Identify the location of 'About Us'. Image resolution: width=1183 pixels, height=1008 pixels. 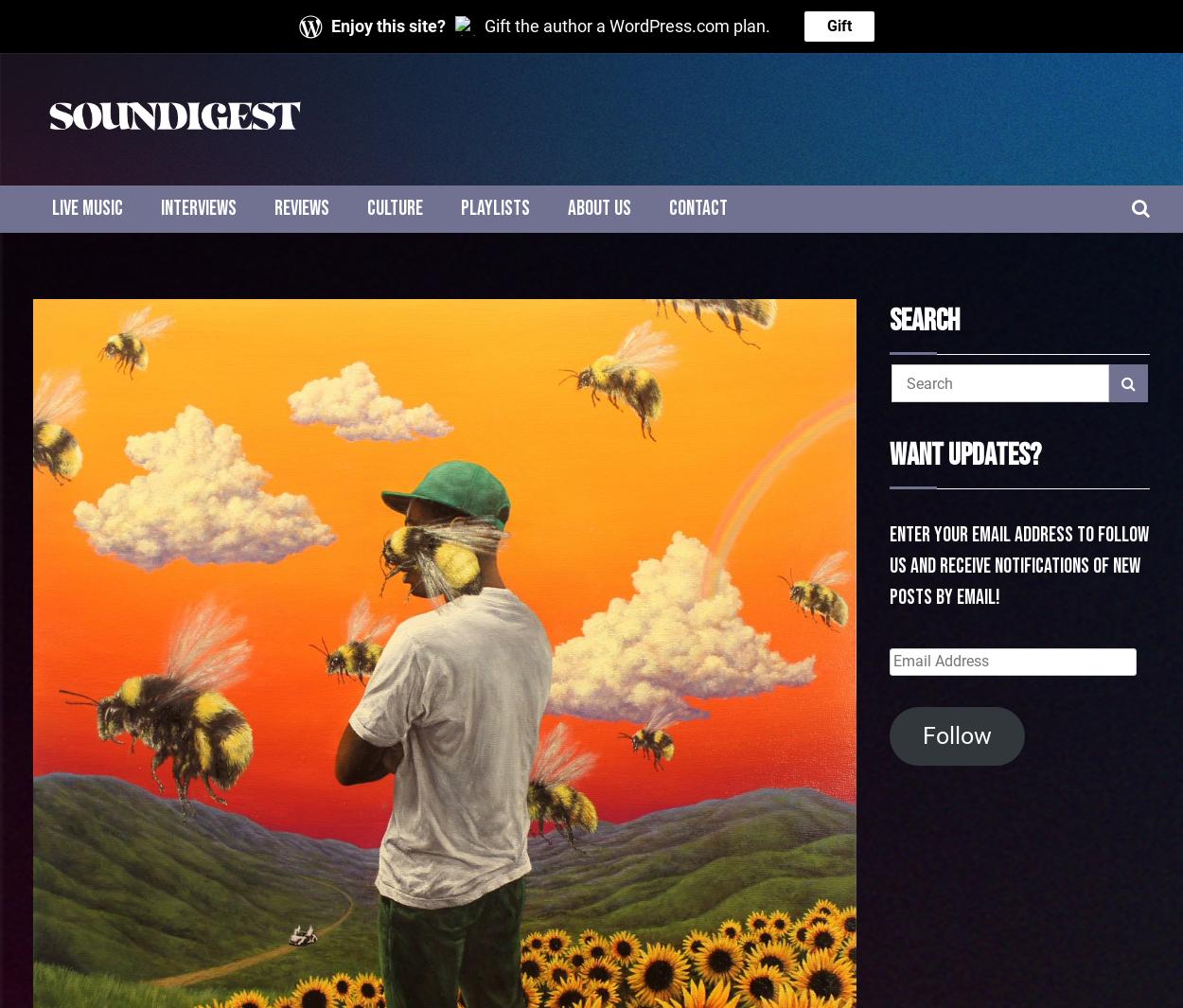
(567, 207).